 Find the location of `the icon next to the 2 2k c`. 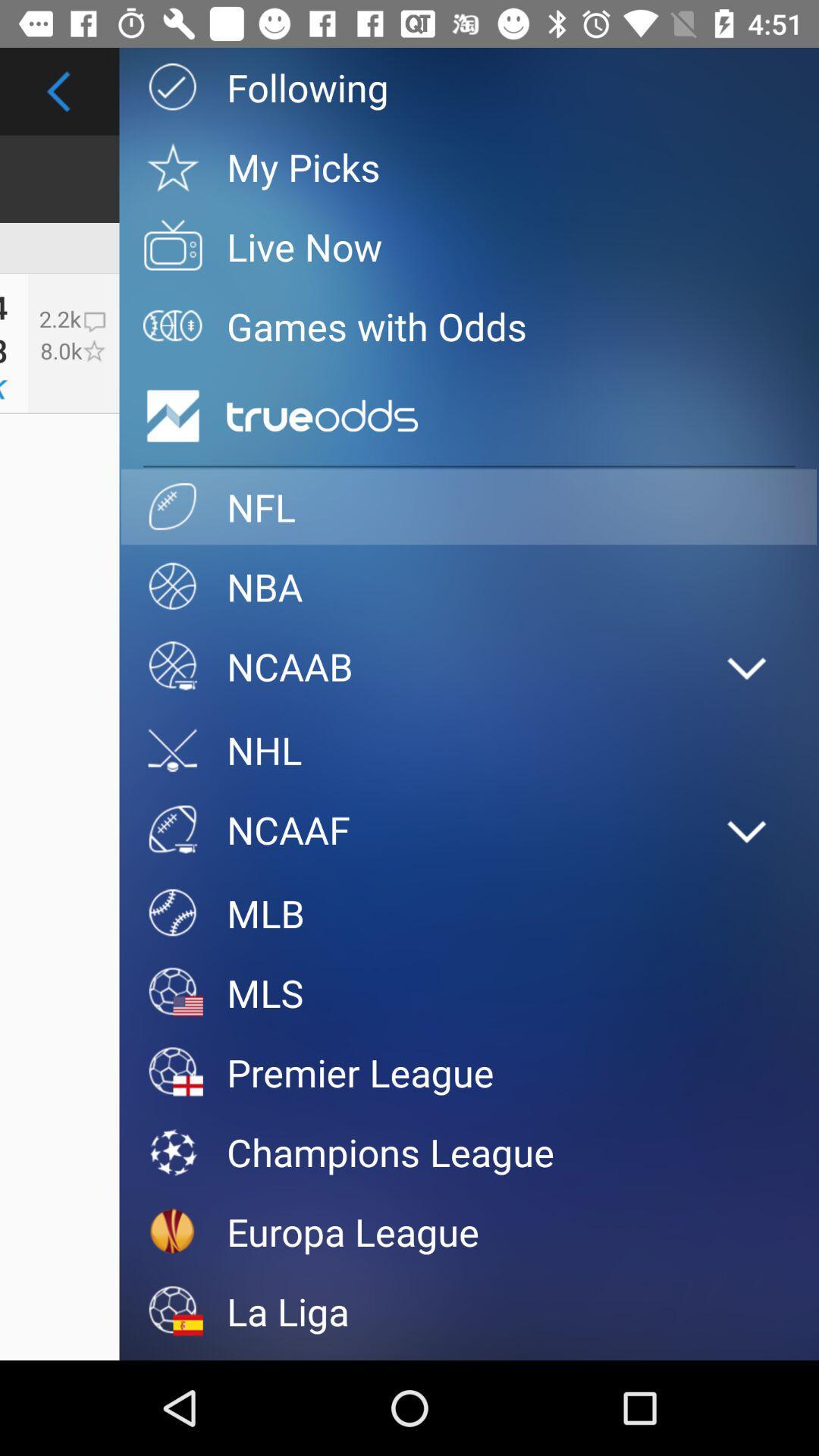

the icon next to the 2 2k c is located at coordinates (468, 325).